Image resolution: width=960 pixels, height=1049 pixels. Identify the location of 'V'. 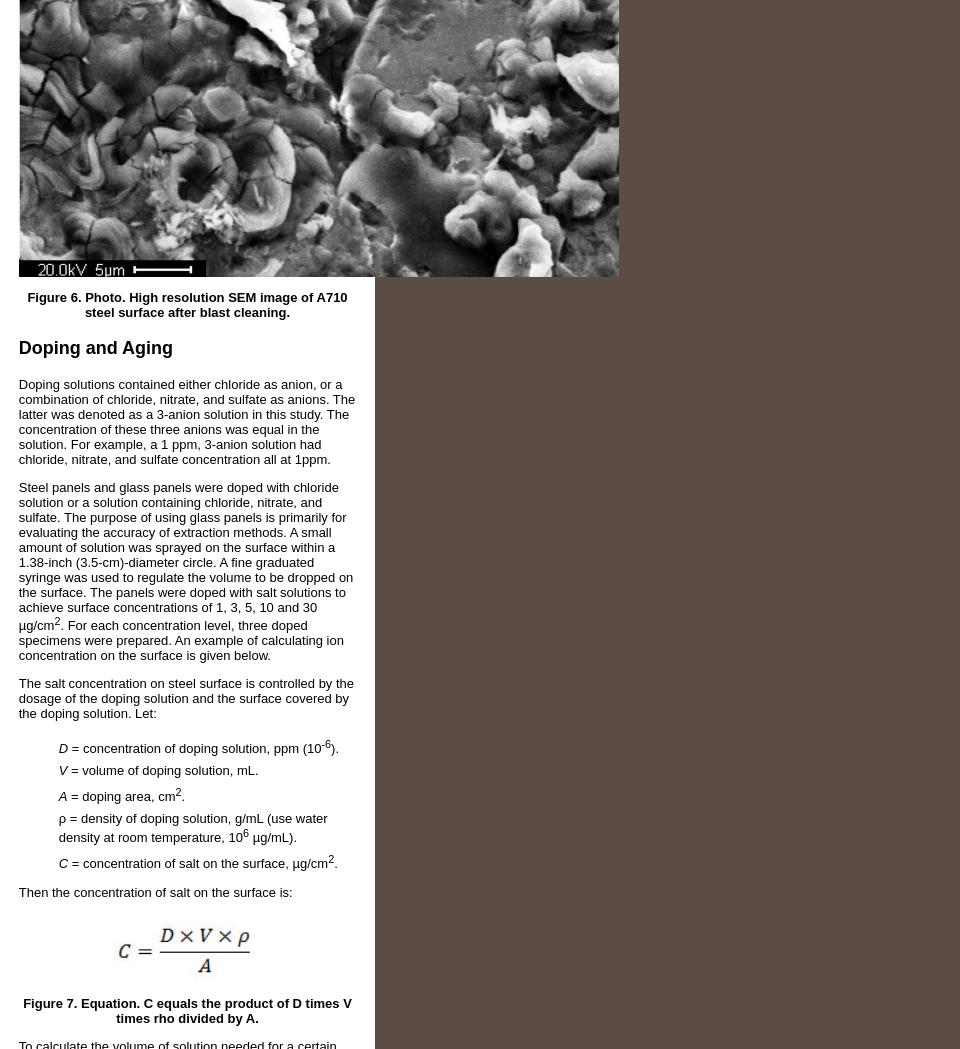
(62, 770).